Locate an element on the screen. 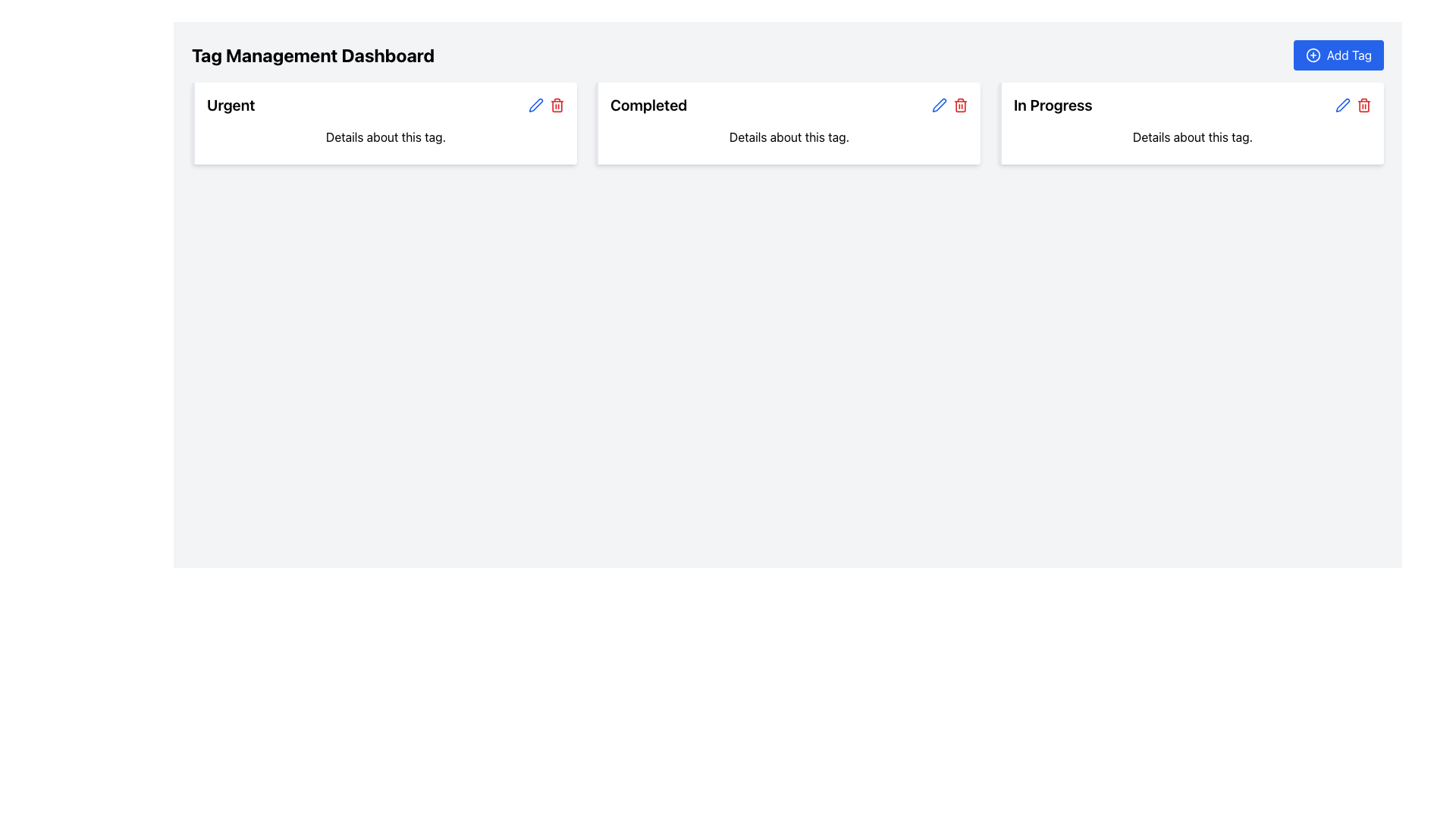  the edit icon located at the top-right corner of the 'Completed' card is located at coordinates (535, 104).